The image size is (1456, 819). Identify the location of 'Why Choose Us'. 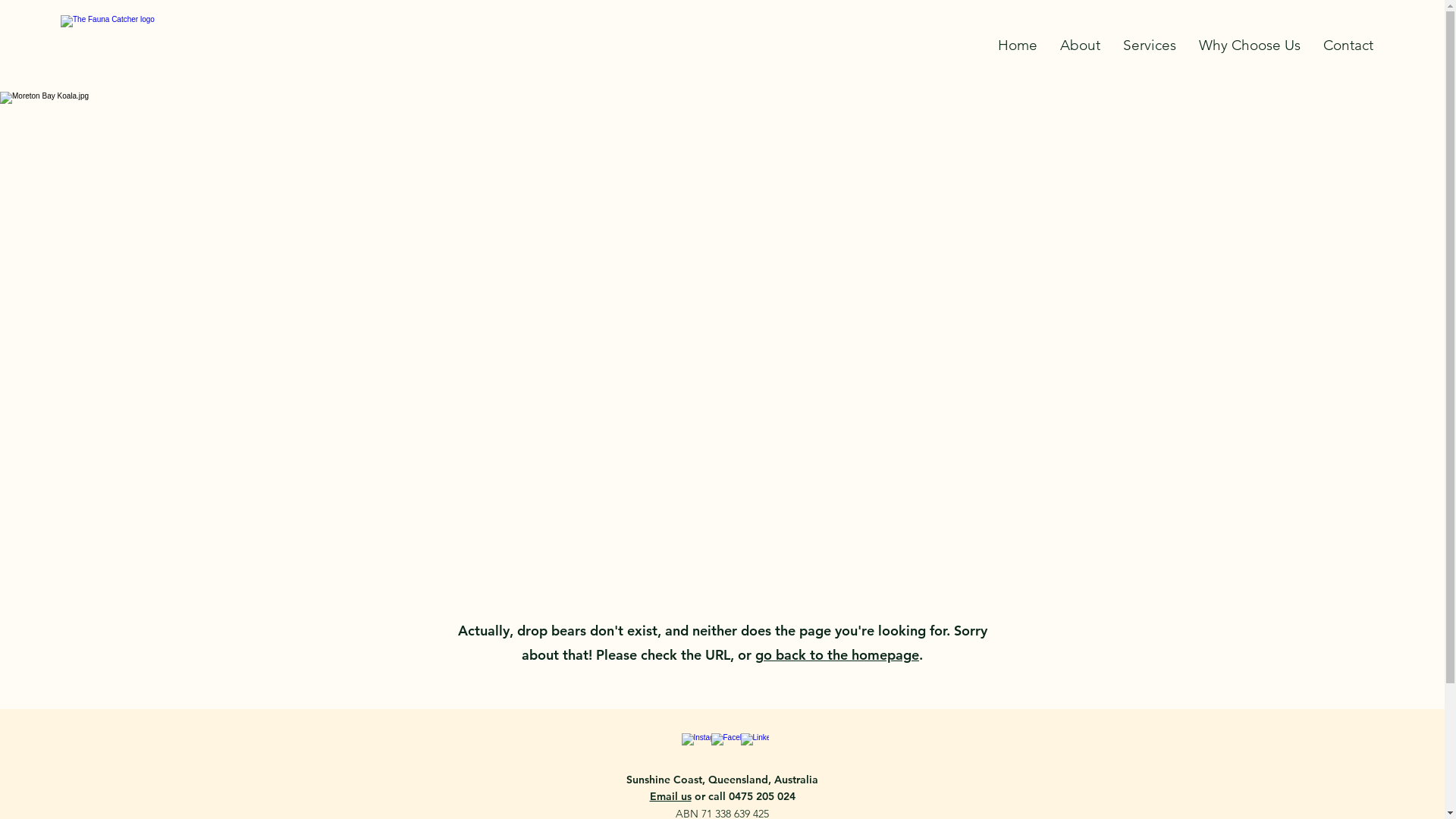
(1186, 45).